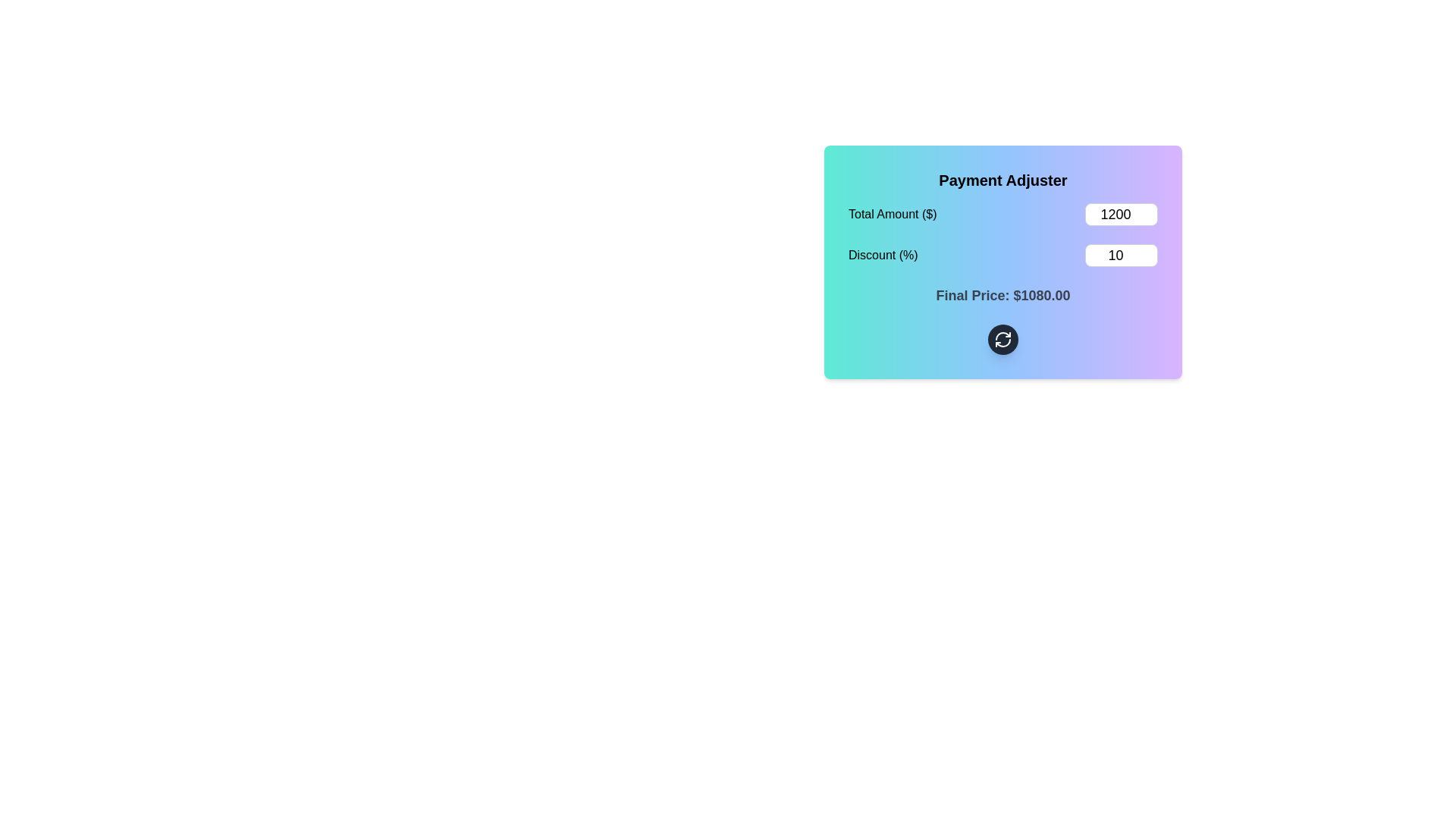 The image size is (1456, 819). I want to click on the Text label that indicates a percentage discount, located in the middle-left section of the 'Payment Adjuster' panel, to provide context for the adjacent numeric input field, so click(883, 254).